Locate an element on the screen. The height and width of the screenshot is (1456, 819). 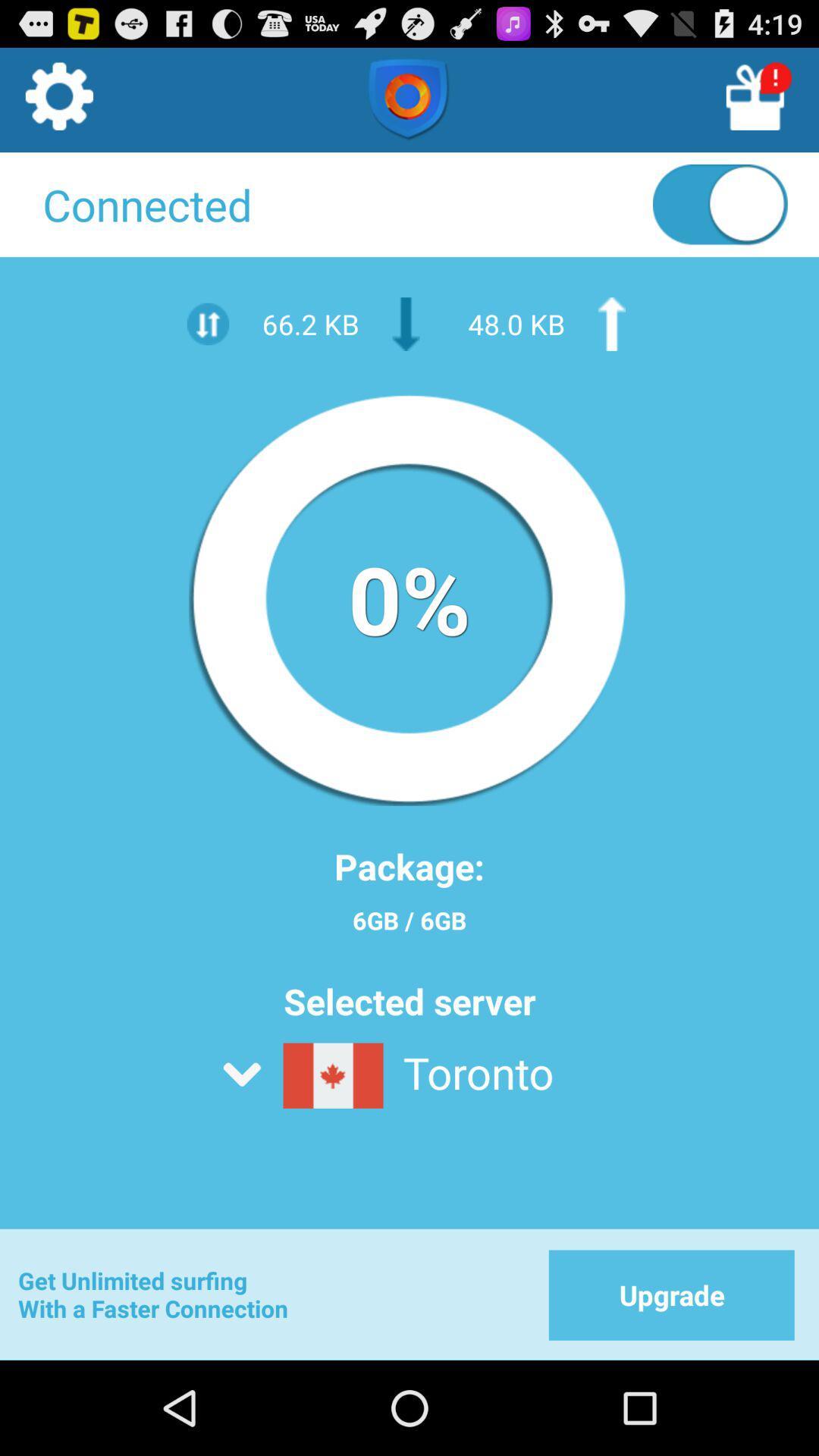
disconnect vpn is located at coordinates (719, 207).